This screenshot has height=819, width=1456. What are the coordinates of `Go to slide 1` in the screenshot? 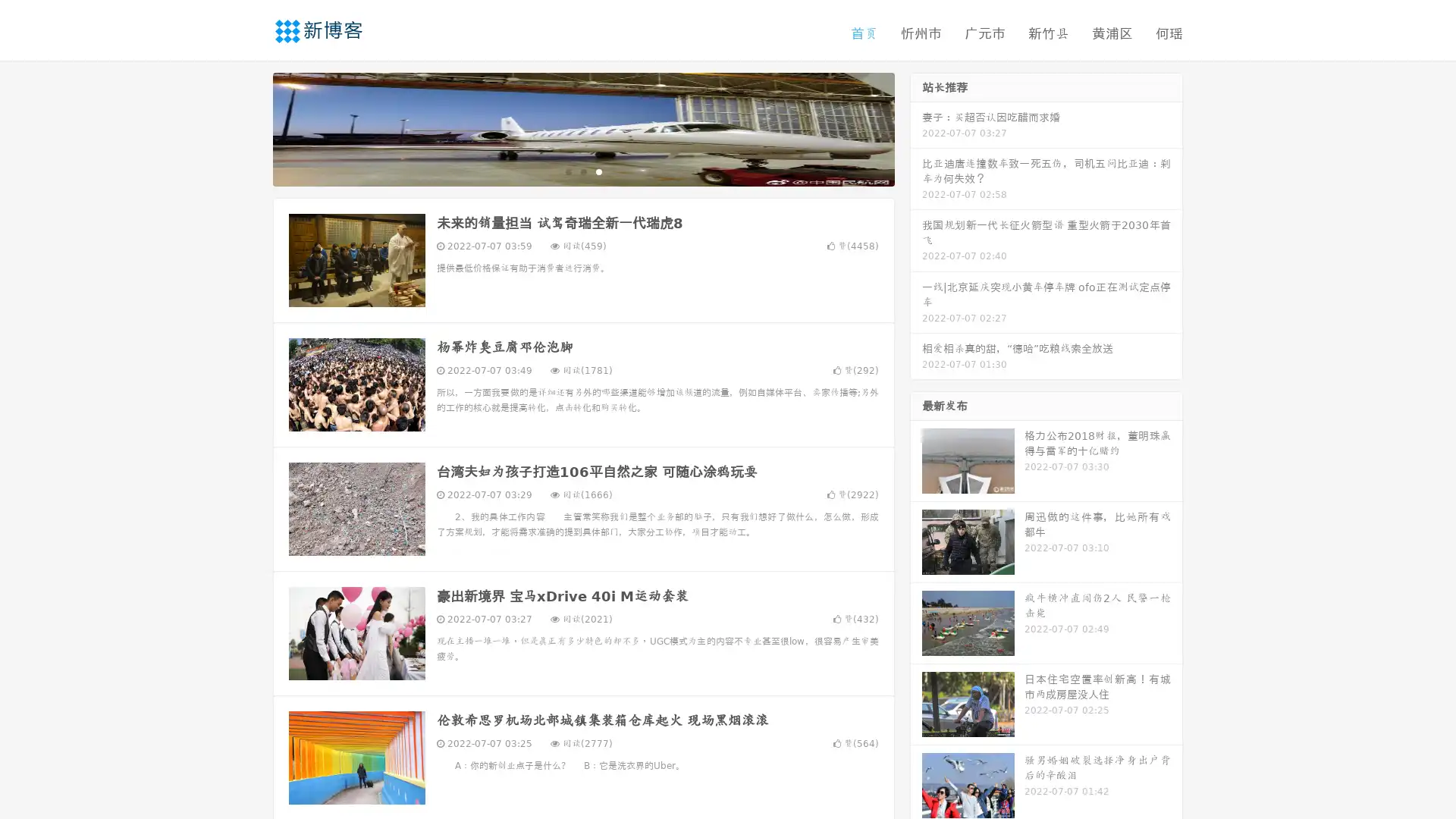 It's located at (567, 171).